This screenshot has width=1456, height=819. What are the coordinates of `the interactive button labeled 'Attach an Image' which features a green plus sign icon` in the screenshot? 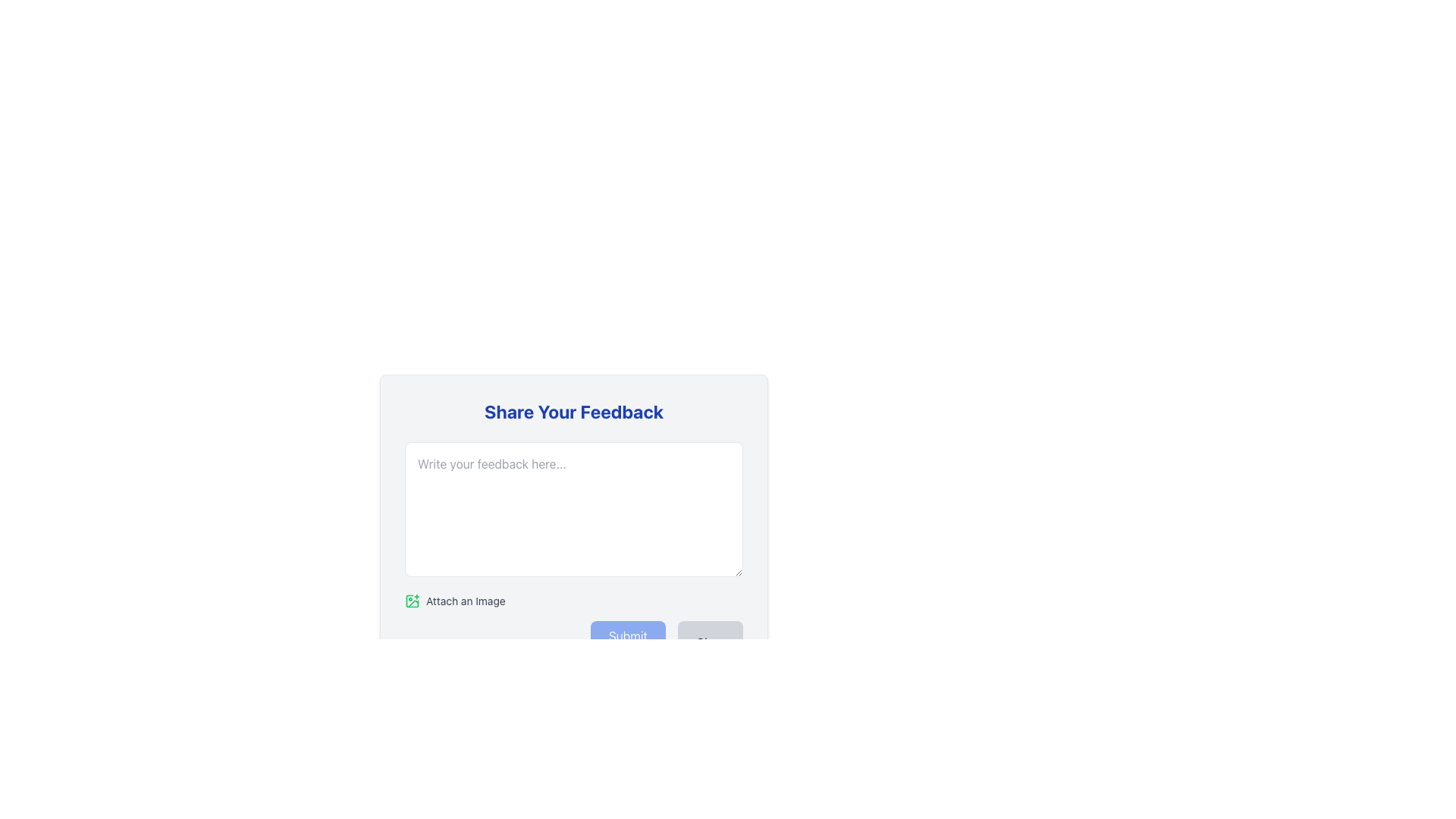 It's located at (454, 601).